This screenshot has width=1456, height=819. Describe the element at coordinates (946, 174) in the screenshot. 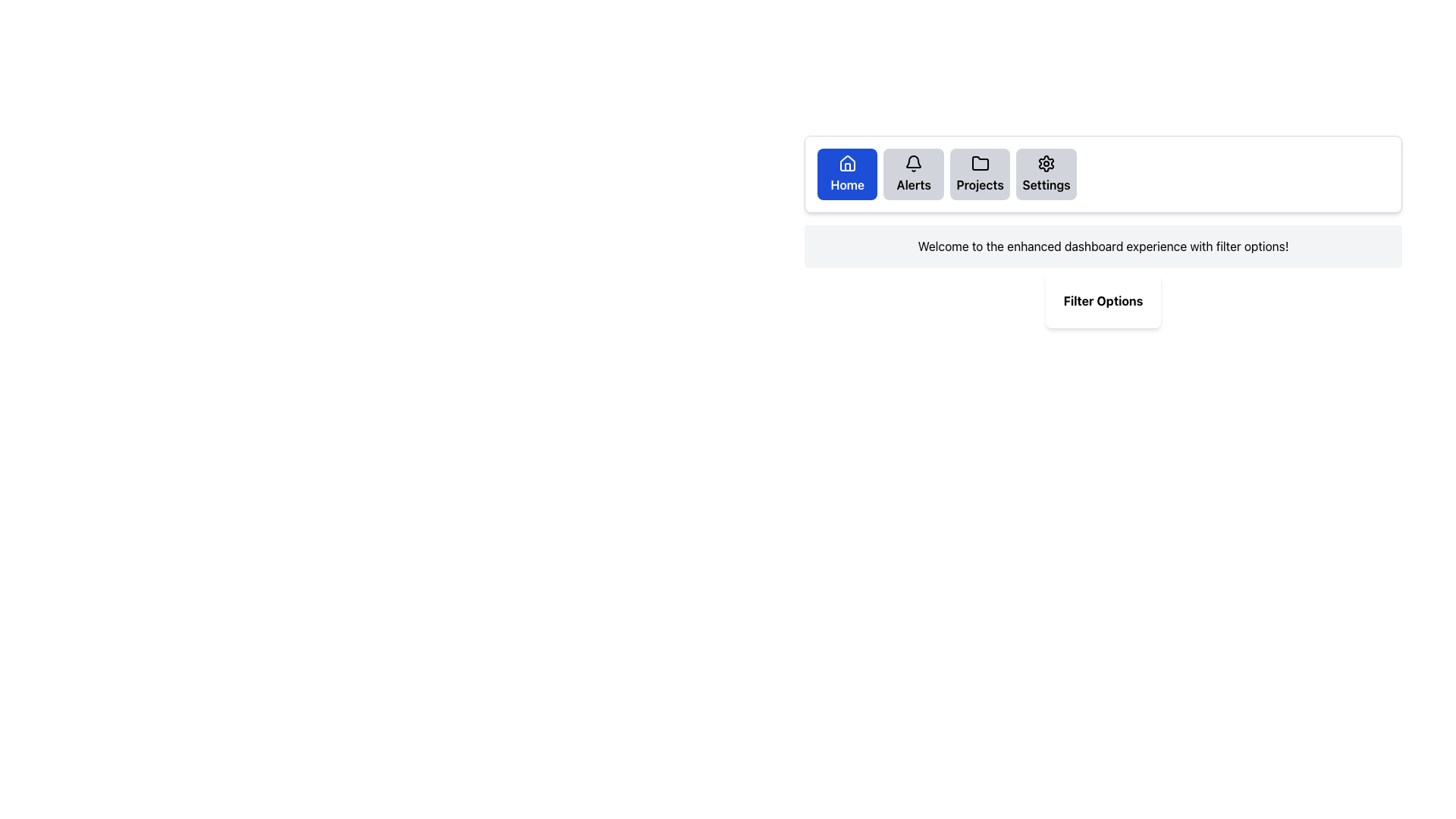

I see `the 'Projects' button in the Navigation Bar to manage projects` at that location.